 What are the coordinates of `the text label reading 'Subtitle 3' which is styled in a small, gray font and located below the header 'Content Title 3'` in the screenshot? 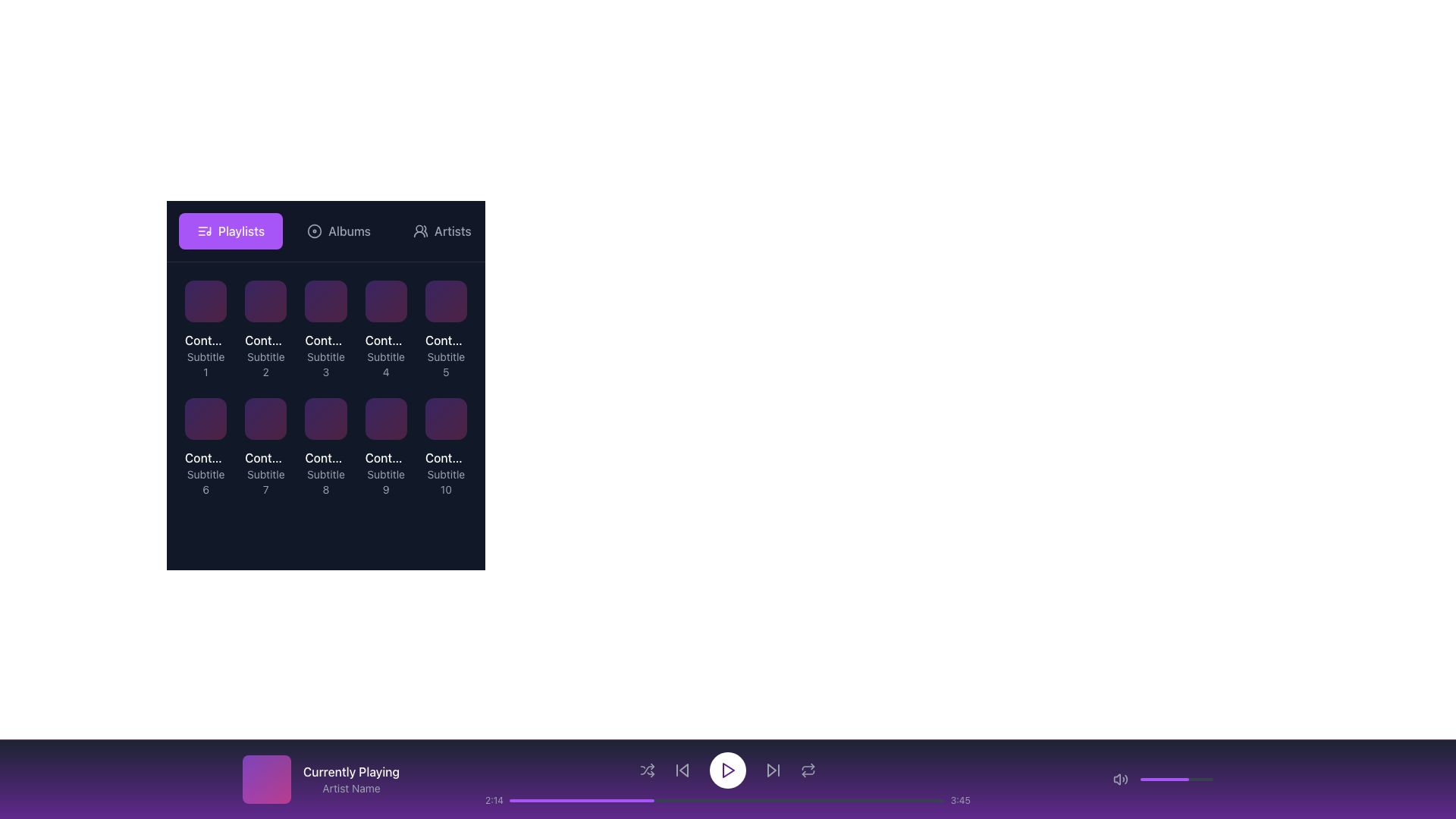 It's located at (325, 365).